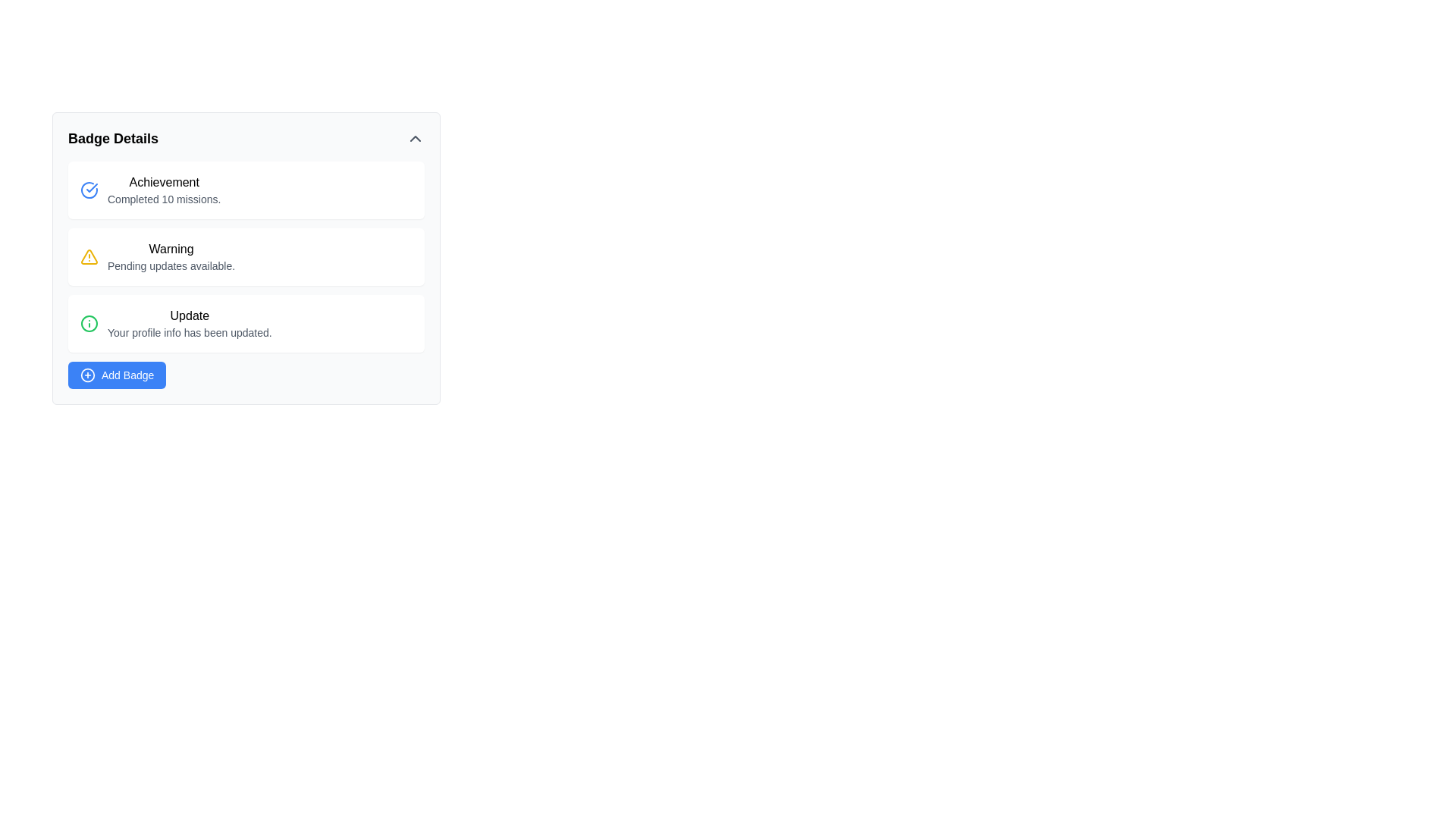  Describe the element at coordinates (164, 198) in the screenshot. I see `the text label that reads 'Completed 10 missions.' located underneath the 'Achievement' text in the 'Badge Details' panel` at that location.